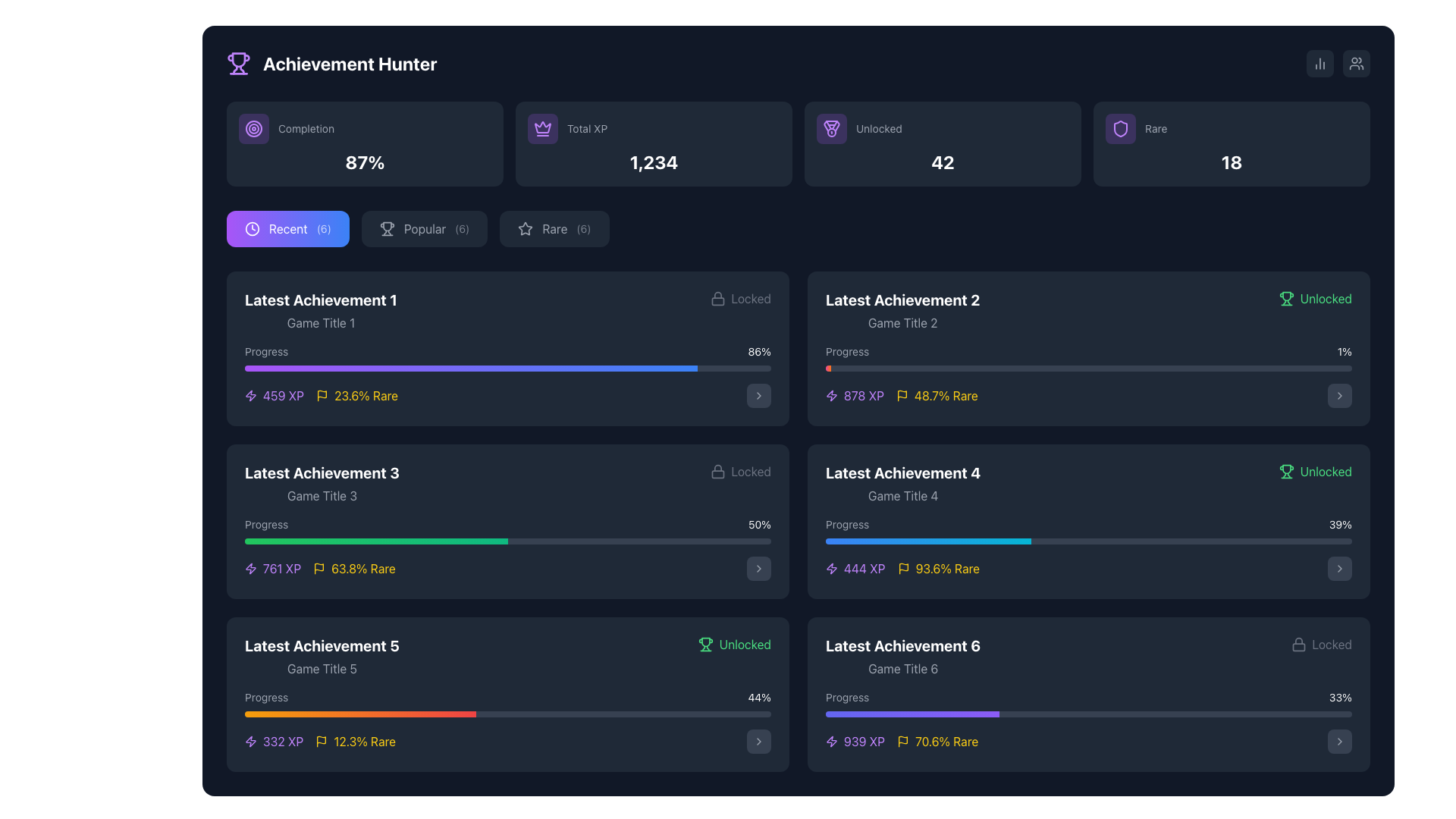  What do you see at coordinates (305, 127) in the screenshot?
I see `the 'Completion' text label displayed in light gray color, located inside a summary card at the top-left portion of the interface, positioned to the right of a purple circular icon` at bounding box center [305, 127].